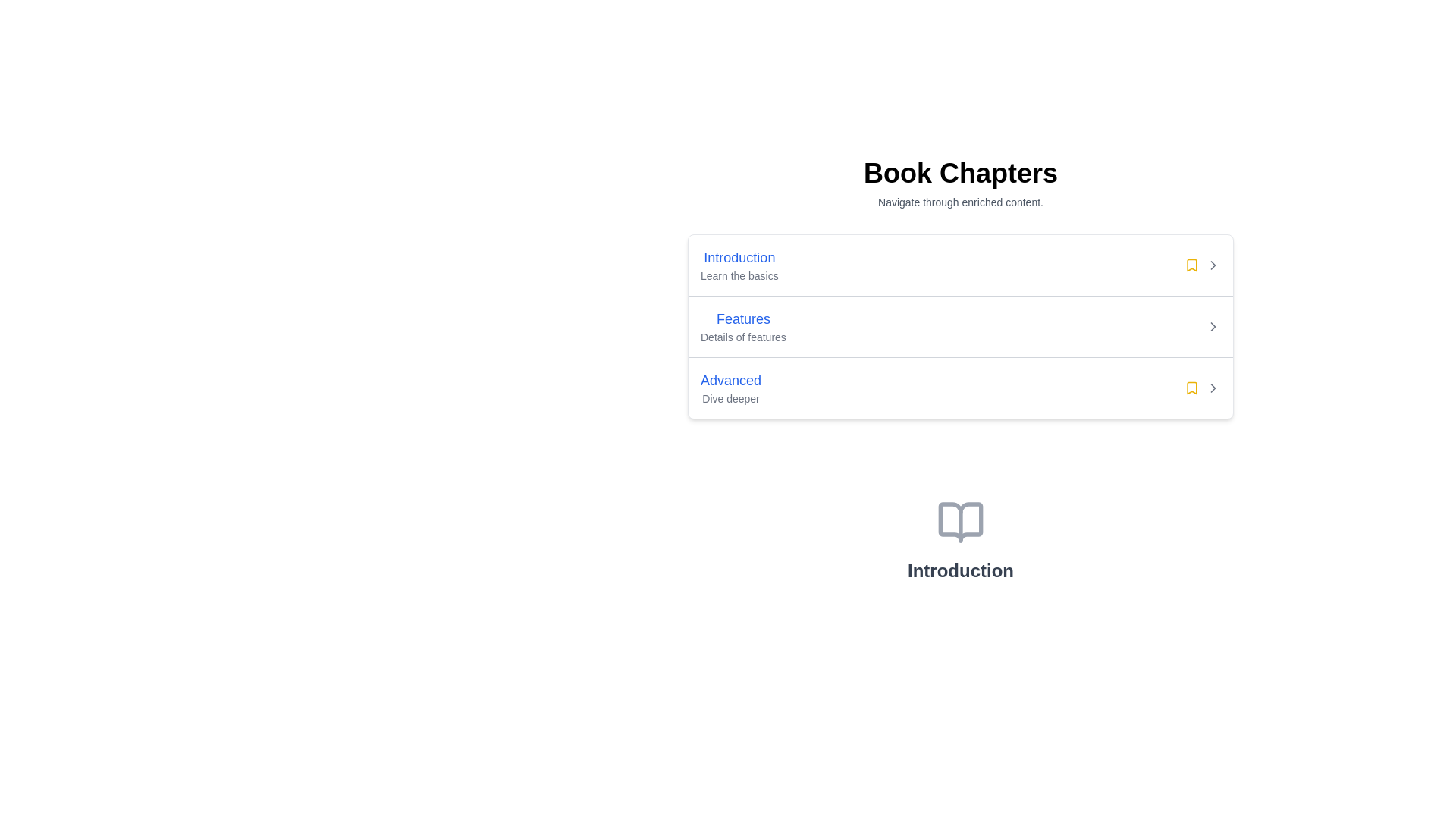  I want to click on the link titled 'Advanced', which is the third item in the chapter navigation list under 'Book Chapters', so click(731, 388).